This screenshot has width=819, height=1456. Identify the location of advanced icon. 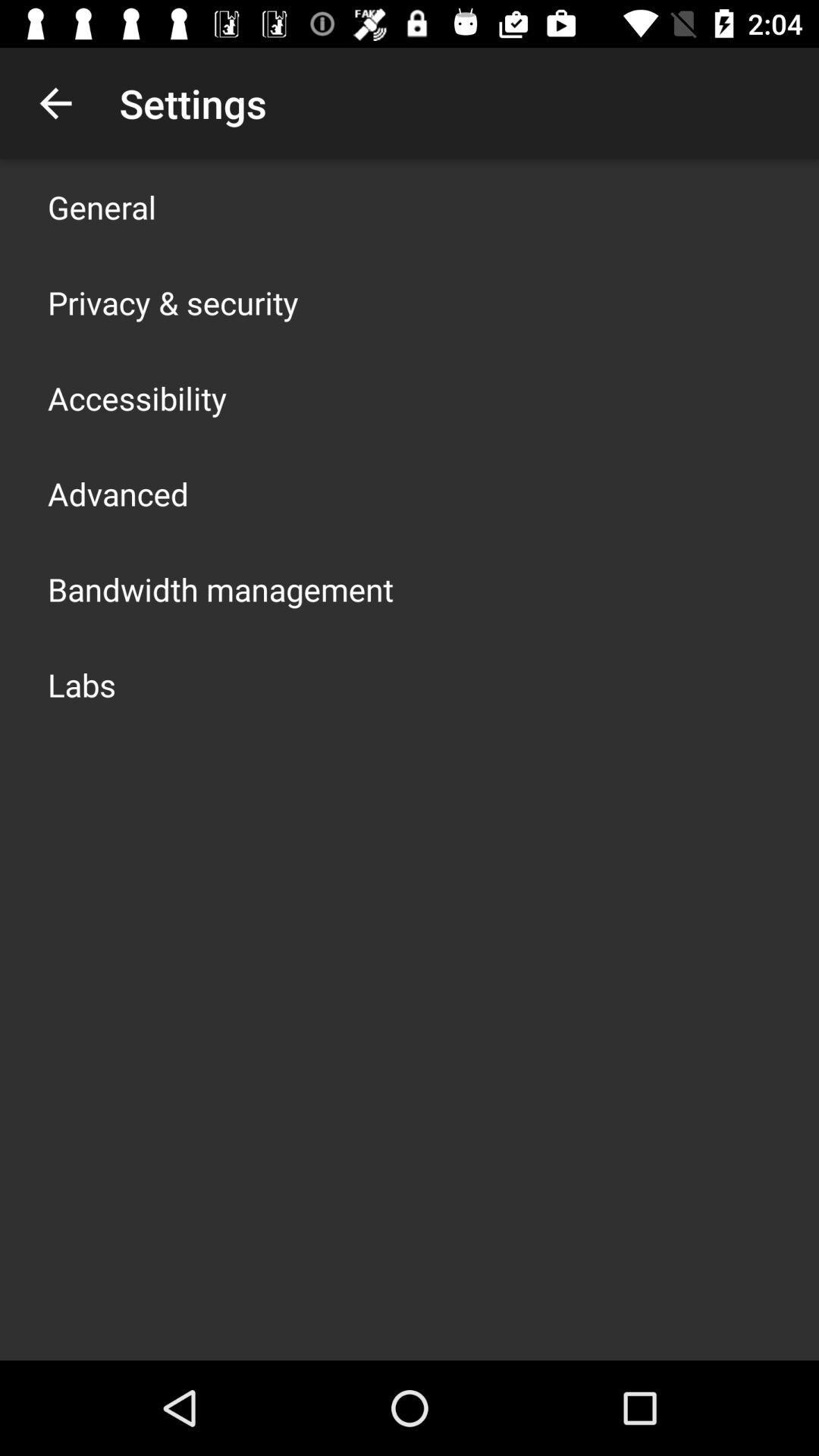
(117, 494).